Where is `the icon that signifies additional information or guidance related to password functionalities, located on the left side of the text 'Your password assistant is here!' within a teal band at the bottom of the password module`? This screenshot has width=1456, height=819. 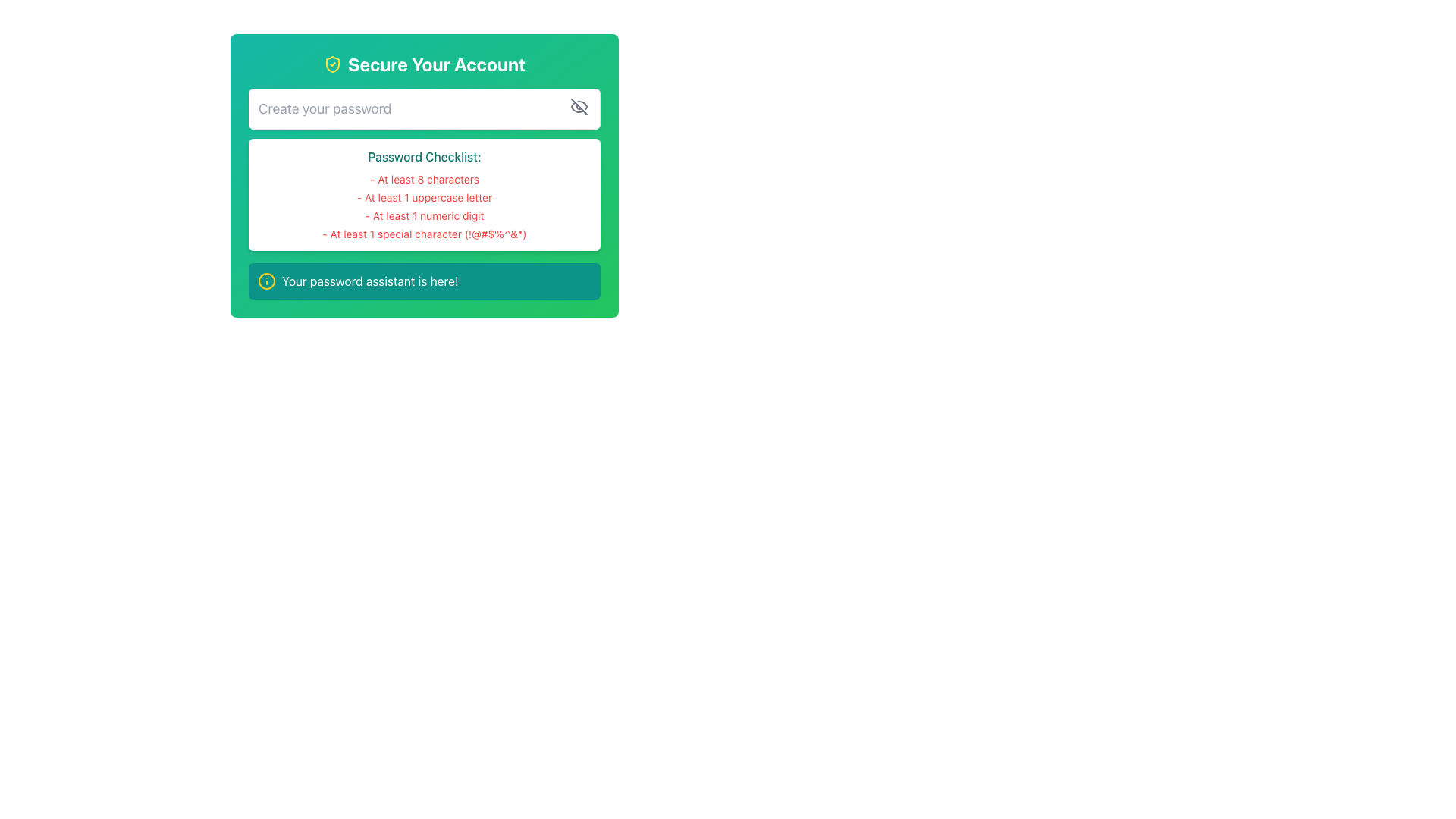
the icon that signifies additional information or guidance related to password functionalities, located on the left side of the text 'Your password assistant is here!' within a teal band at the bottom of the password module is located at coordinates (266, 281).